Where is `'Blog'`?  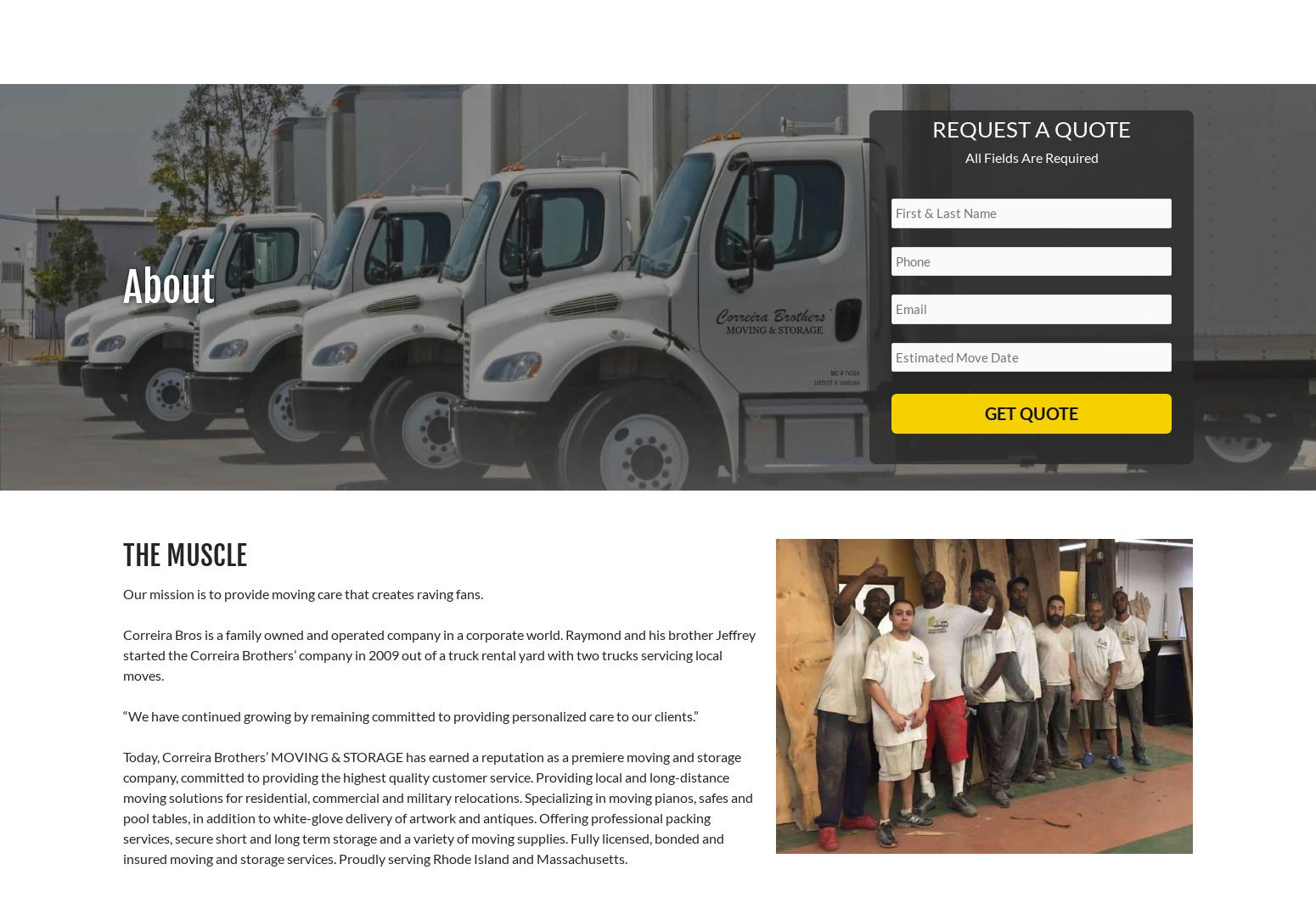
'Blog' is located at coordinates (1167, 63).